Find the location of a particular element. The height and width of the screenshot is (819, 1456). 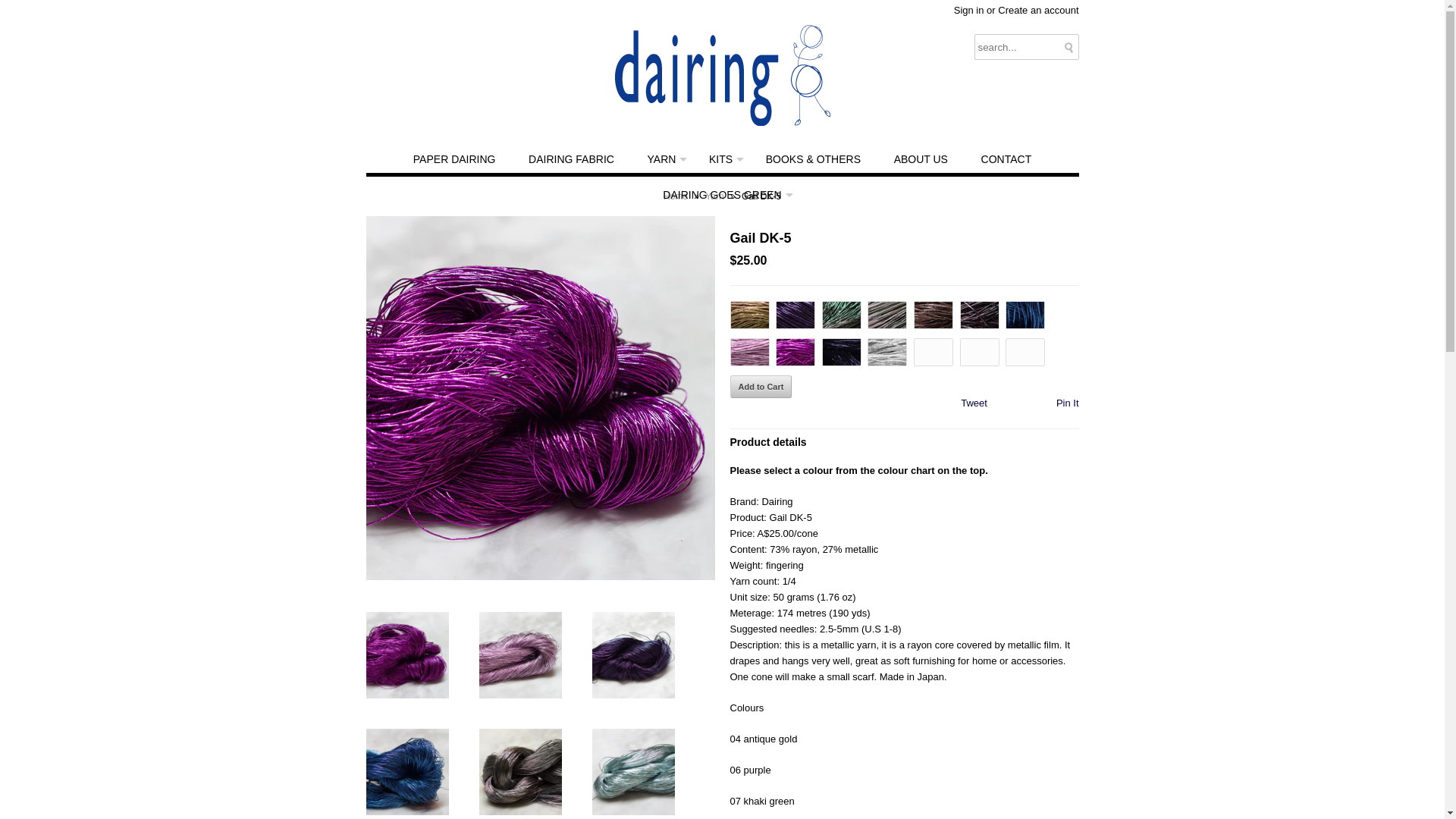

'Yarn' is located at coordinates (715, 195).